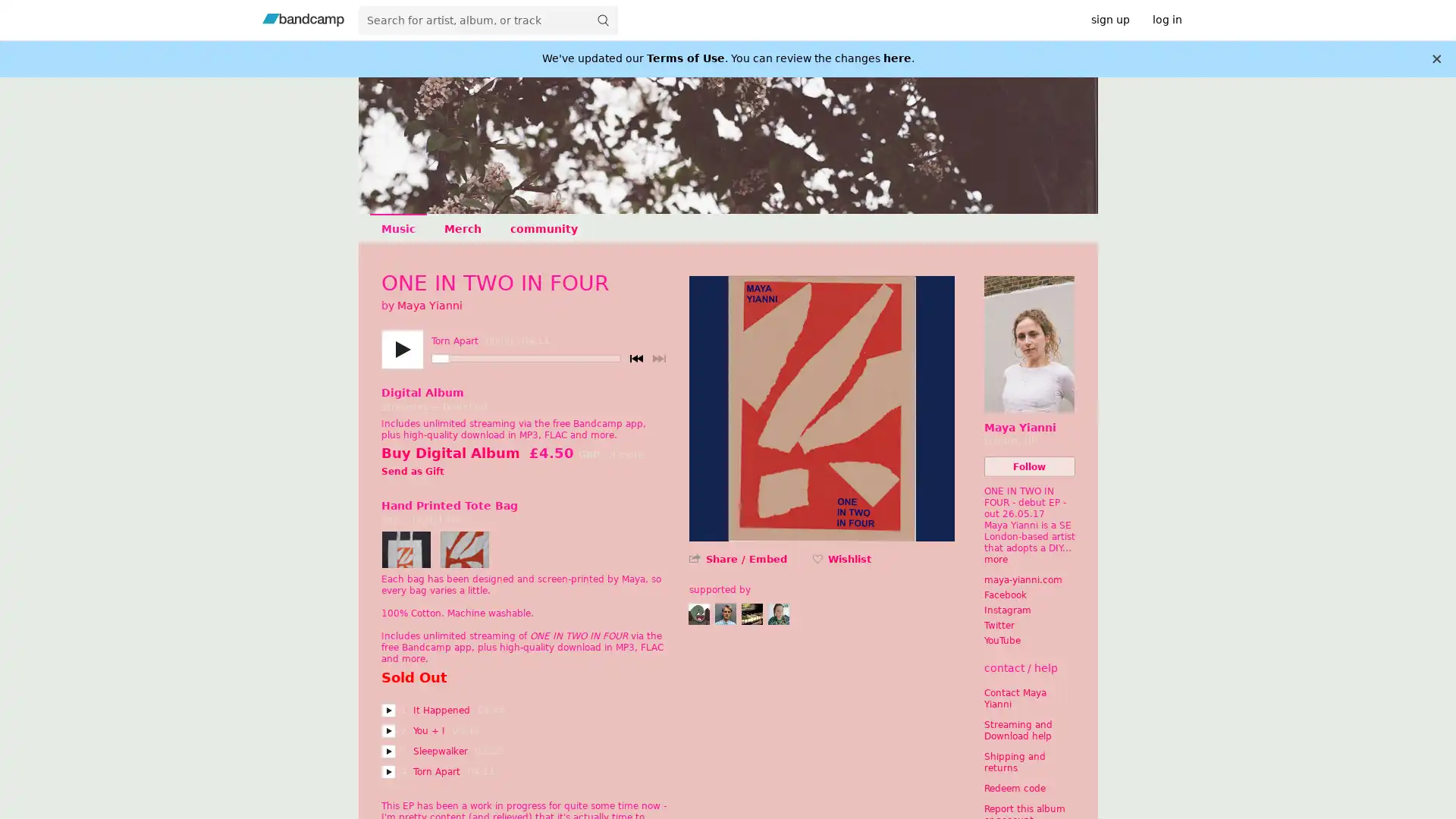 The image size is (1456, 819). Describe the element at coordinates (422, 391) in the screenshot. I see `Digital Album` at that location.